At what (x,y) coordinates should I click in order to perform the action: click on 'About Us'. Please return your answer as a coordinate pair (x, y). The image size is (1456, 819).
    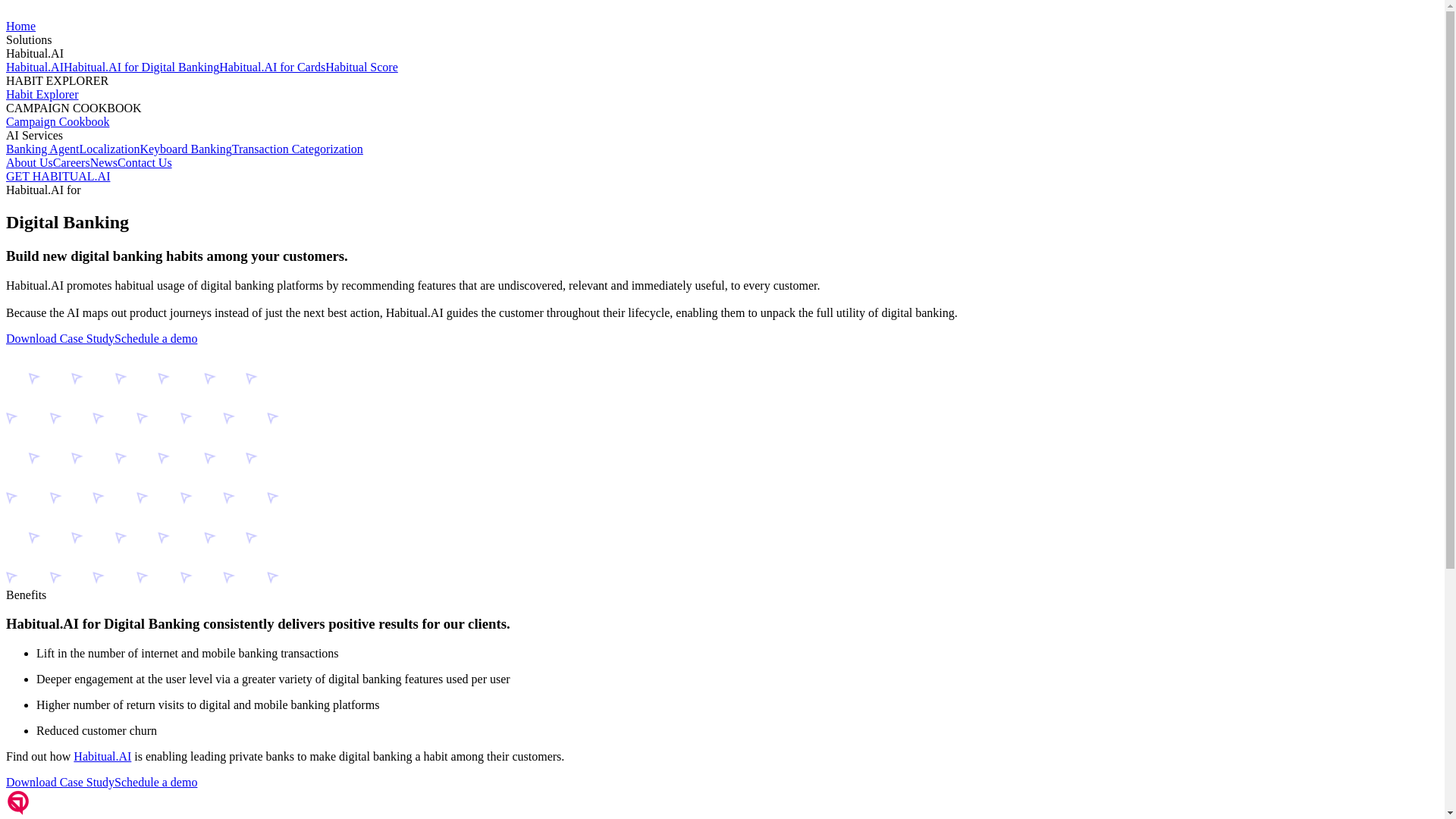
    Looking at the image, I should click on (29, 162).